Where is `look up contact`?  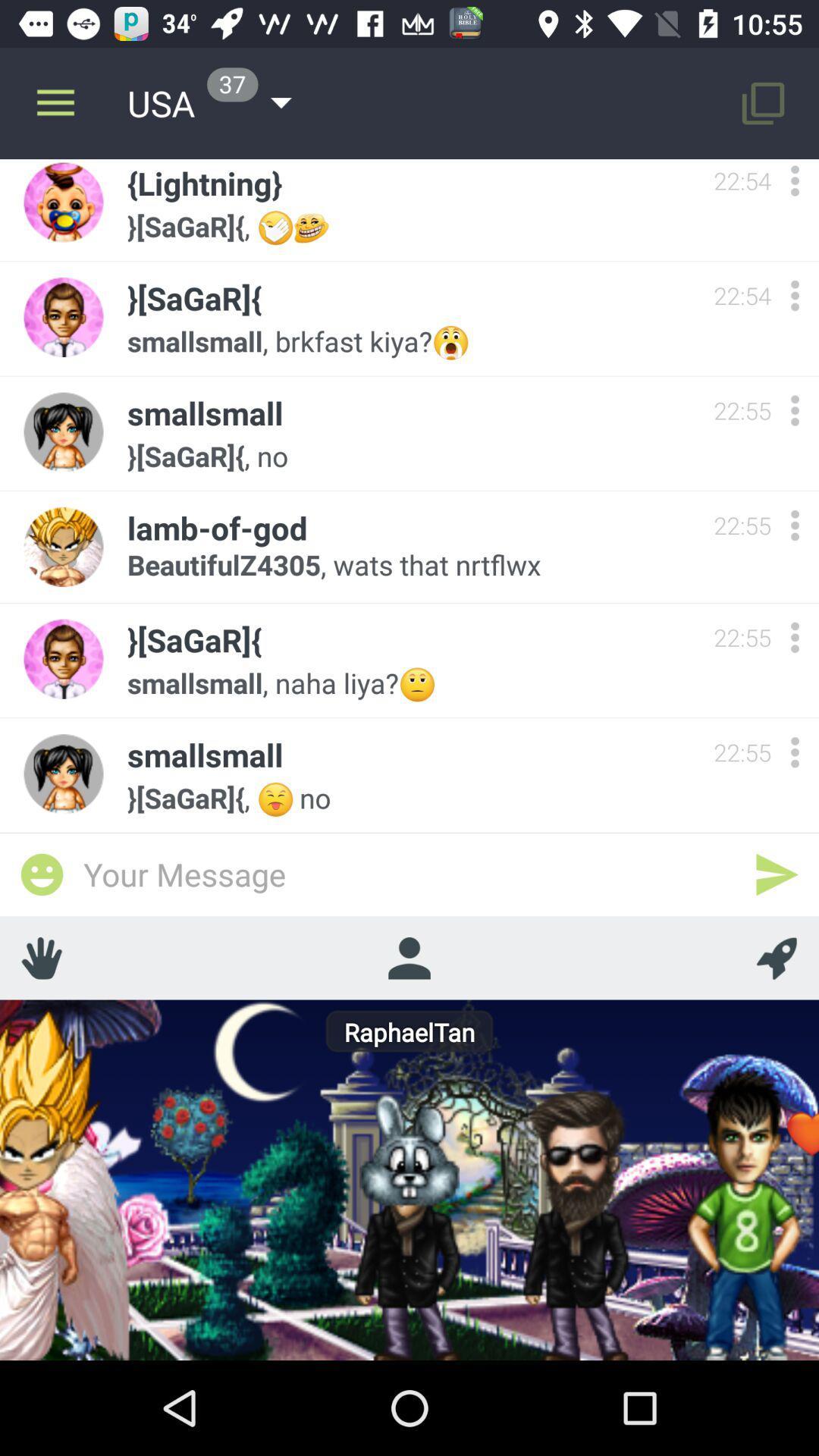
look up contact is located at coordinates (408, 957).